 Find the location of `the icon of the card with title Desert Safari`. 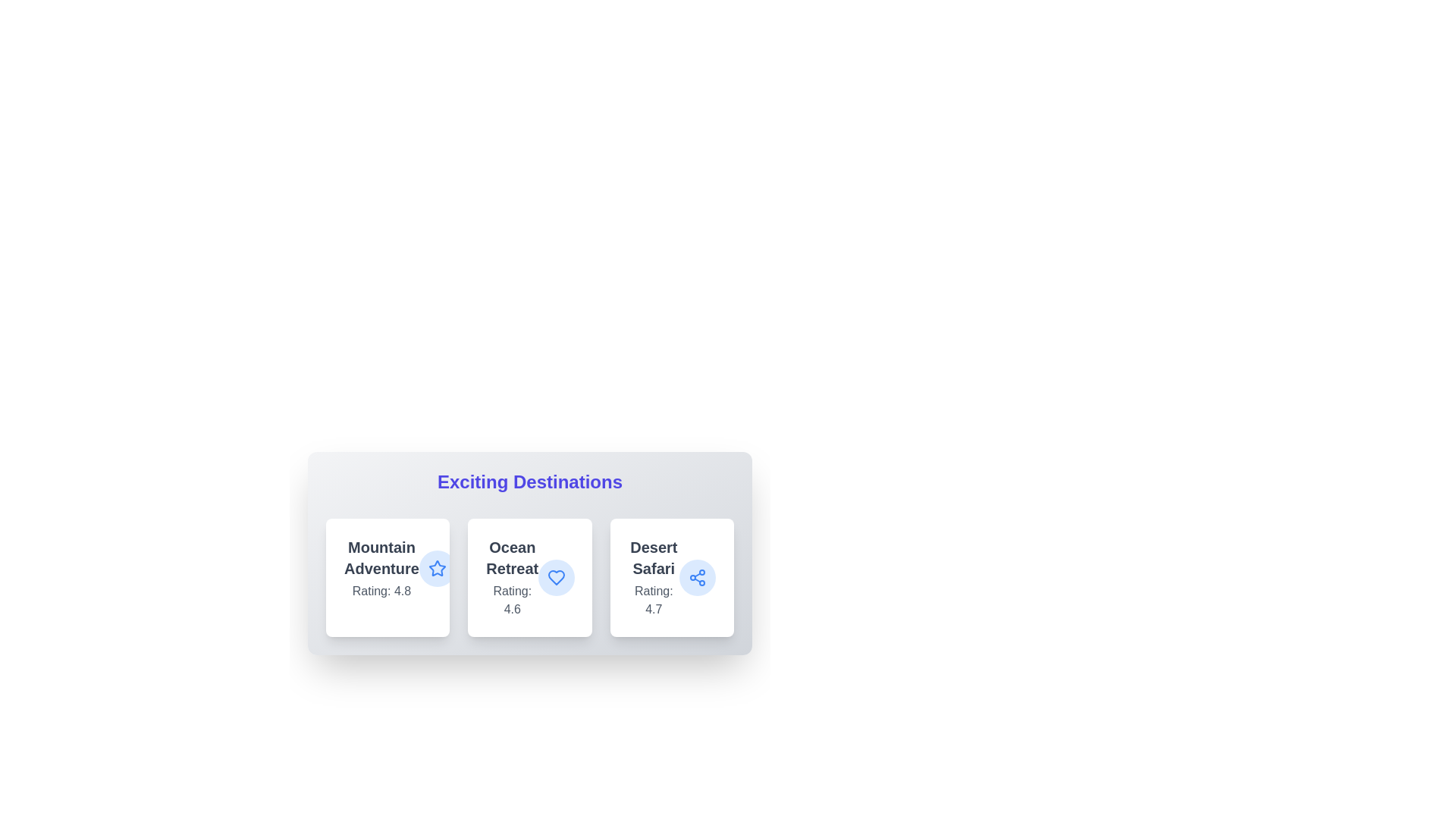

the icon of the card with title Desert Safari is located at coordinates (697, 578).